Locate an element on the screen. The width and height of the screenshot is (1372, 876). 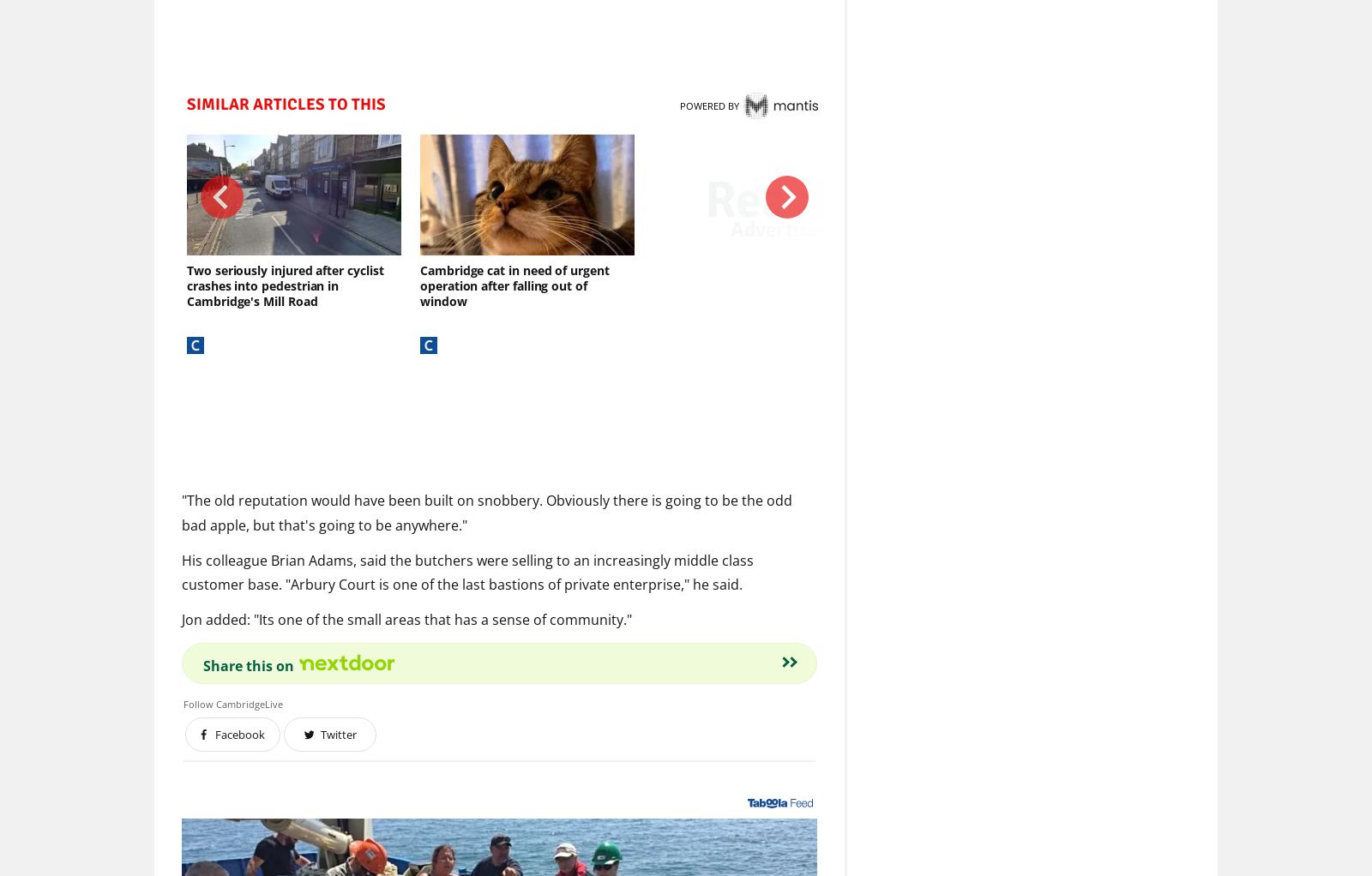
'His colleague Brian Adams, said the butchers were selling to an increasingly middle class customer base. "Arbury Court is one of the last bastions of private enterprise," he said.' is located at coordinates (182, 571).